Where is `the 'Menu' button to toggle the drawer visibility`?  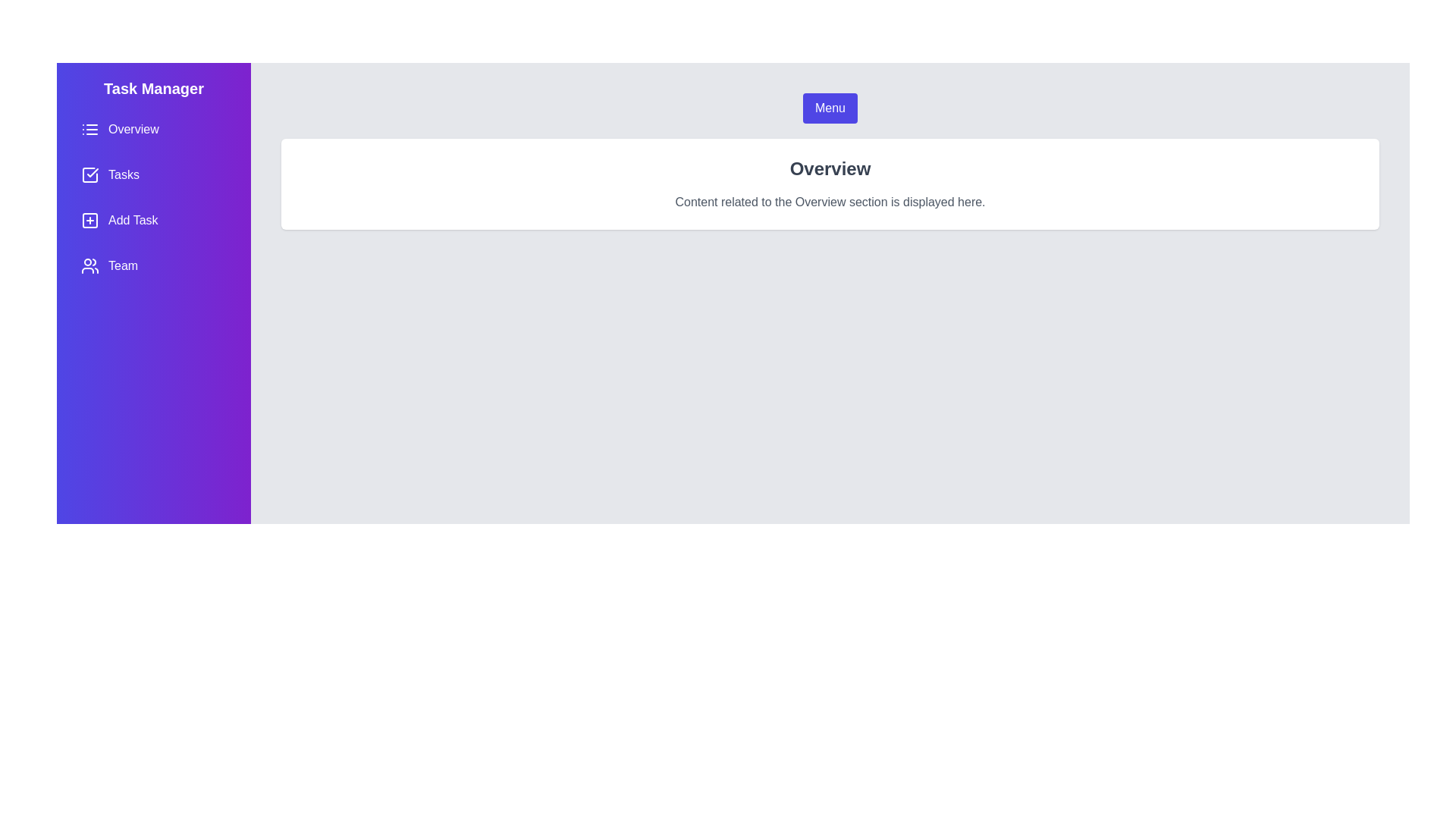 the 'Menu' button to toggle the drawer visibility is located at coordinates (829, 107).